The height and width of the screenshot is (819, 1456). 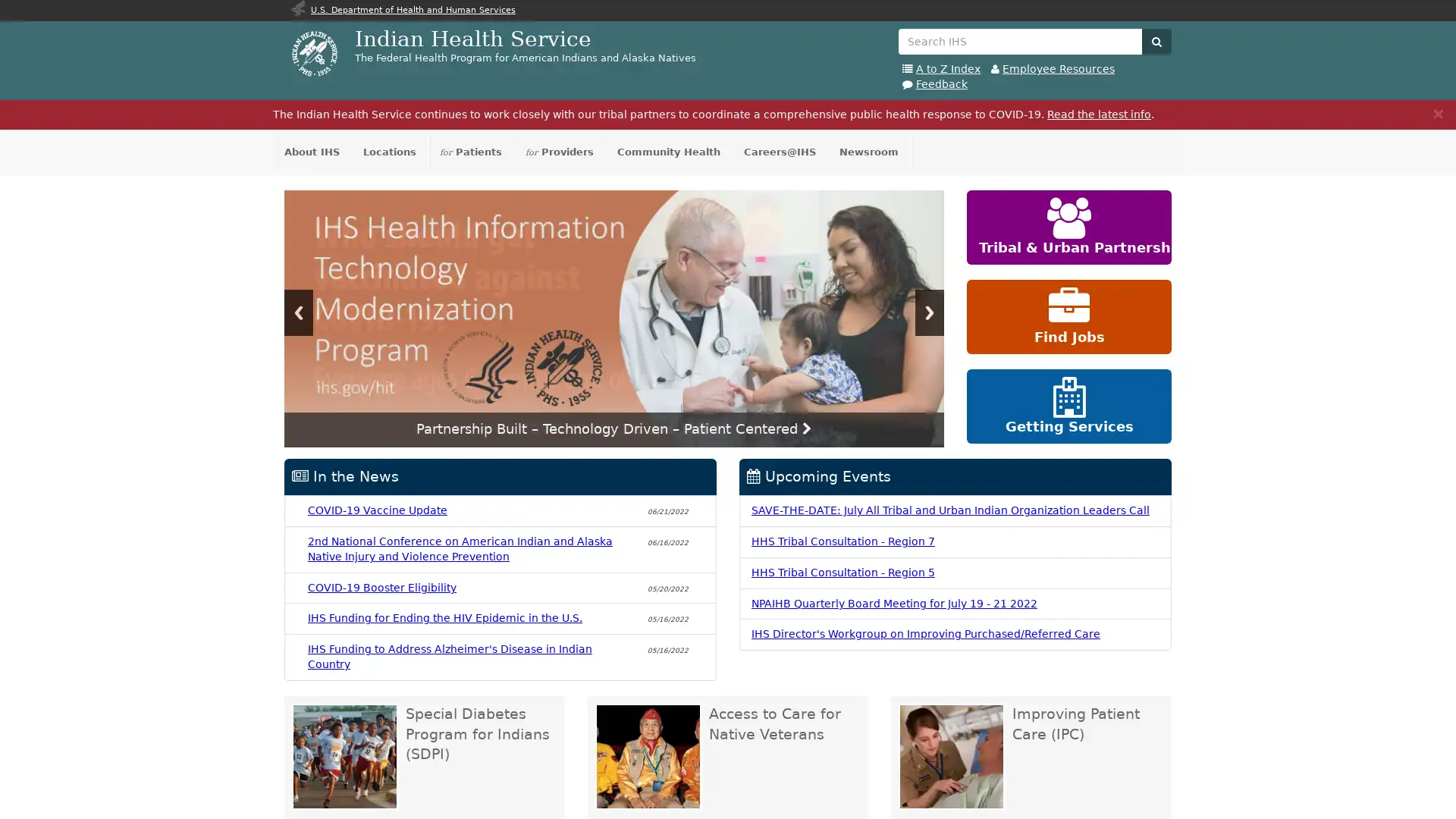 What do you see at coordinates (1156, 40) in the screenshot?
I see `Search IHS Submit Button` at bounding box center [1156, 40].